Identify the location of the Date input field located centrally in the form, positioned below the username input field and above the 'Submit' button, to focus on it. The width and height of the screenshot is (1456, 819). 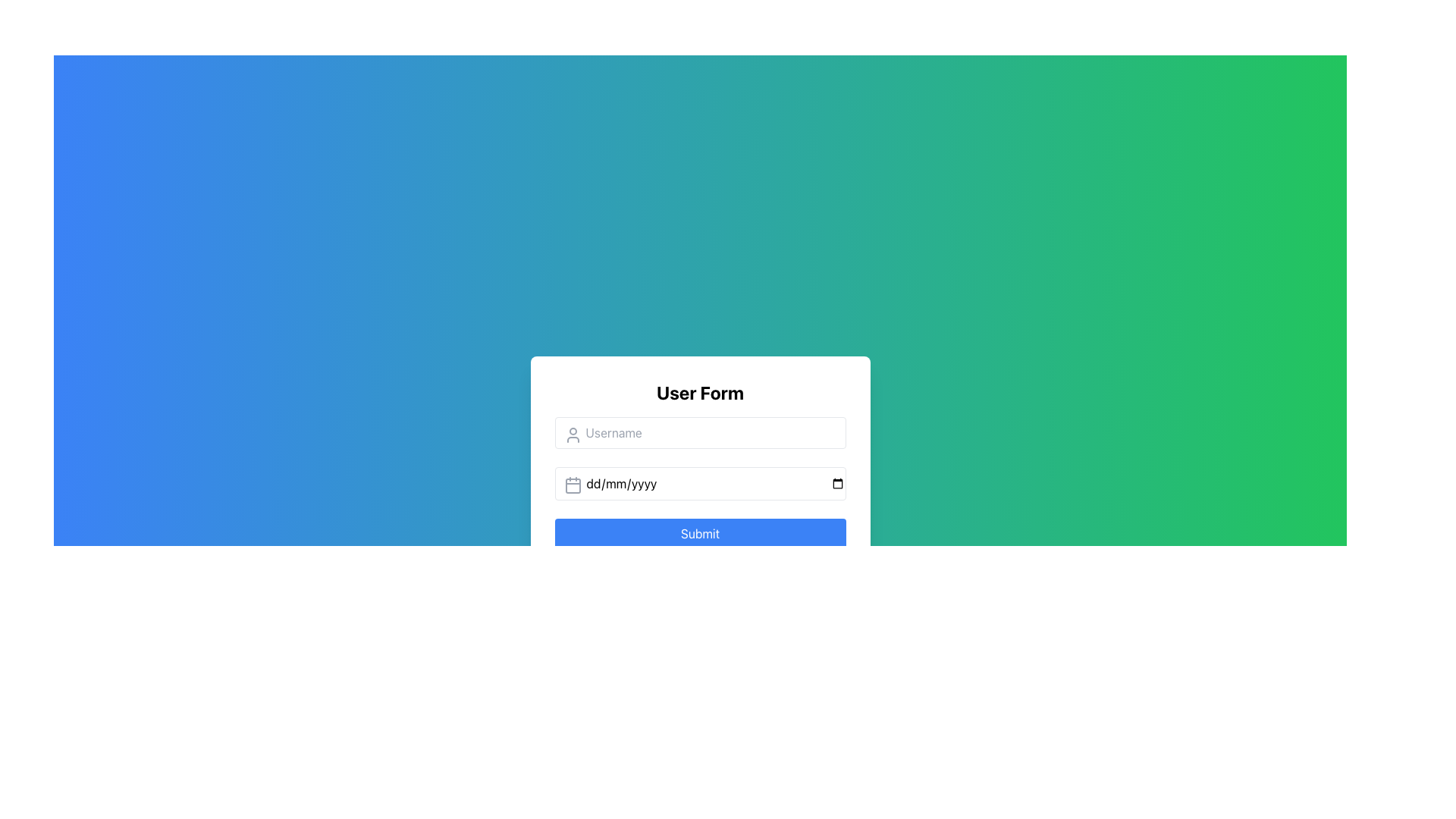
(699, 483).